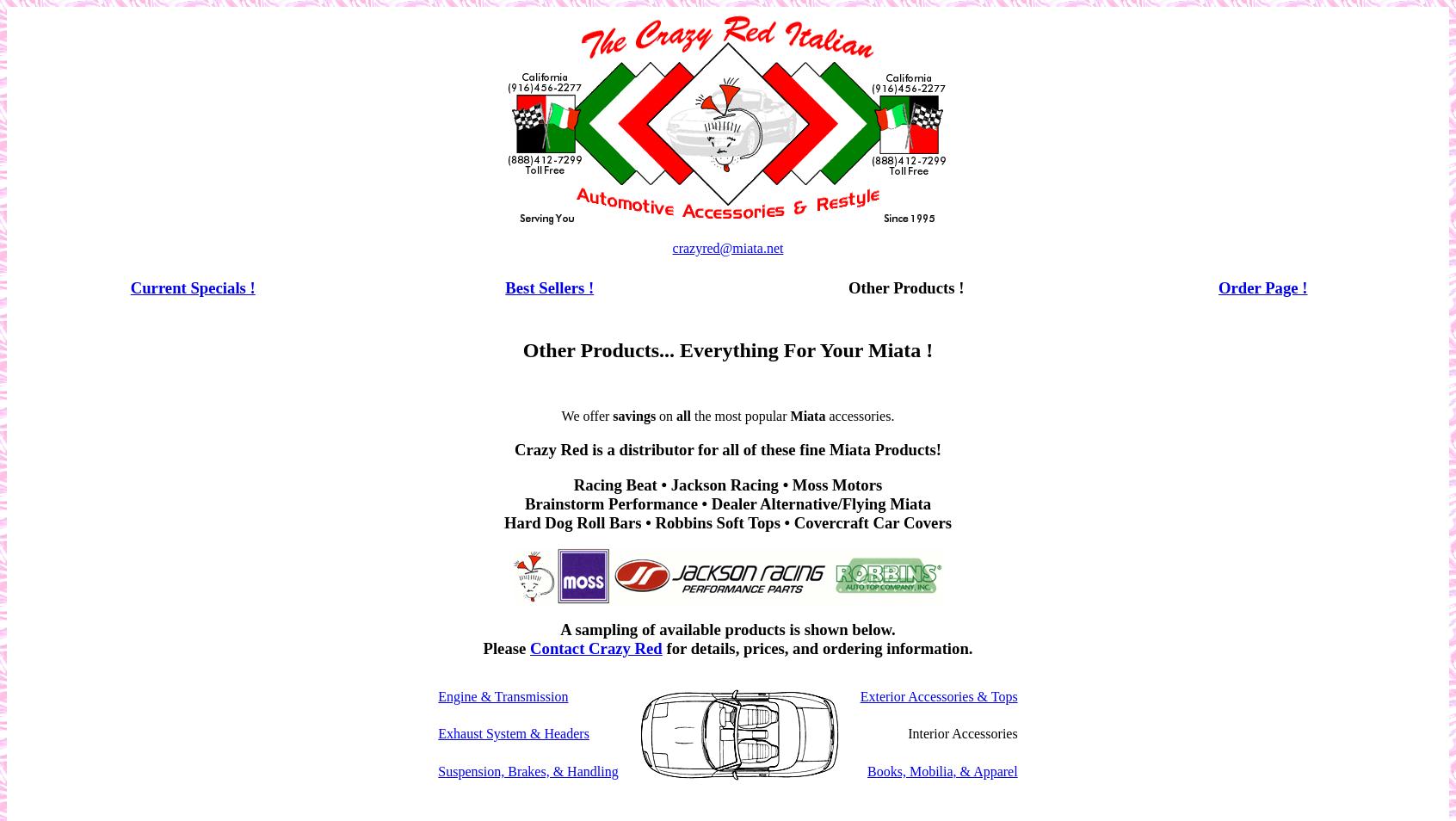  Describe the element at coordinates (938, 695) in the screenshot. I see `'Exterior Accessories & 
                Tops'` at that location.